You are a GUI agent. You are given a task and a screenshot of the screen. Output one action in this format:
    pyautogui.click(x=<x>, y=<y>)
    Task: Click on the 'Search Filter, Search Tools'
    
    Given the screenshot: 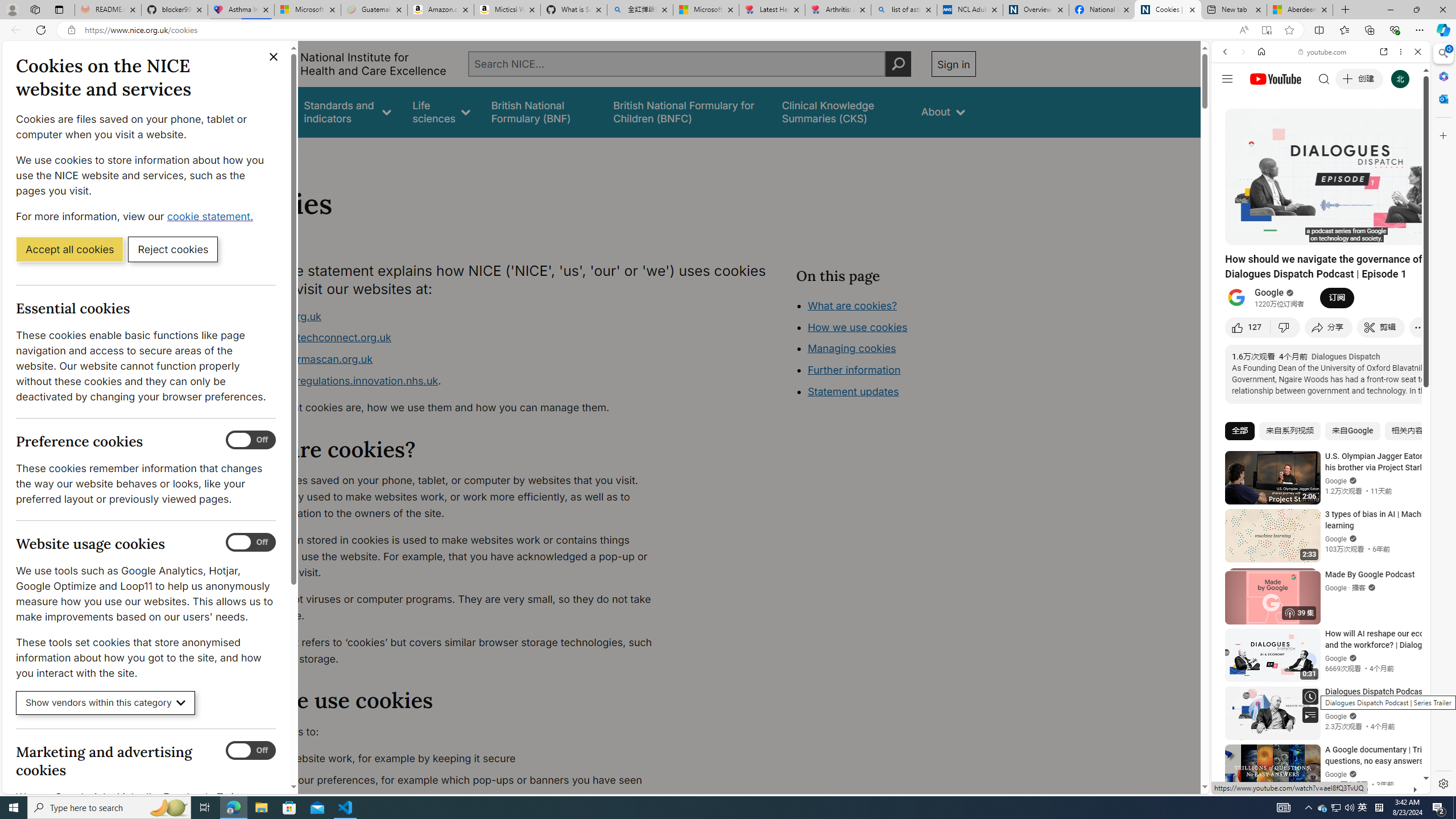 What is the action you would take?
    pyautogui.click(x=1350, y=129)
    